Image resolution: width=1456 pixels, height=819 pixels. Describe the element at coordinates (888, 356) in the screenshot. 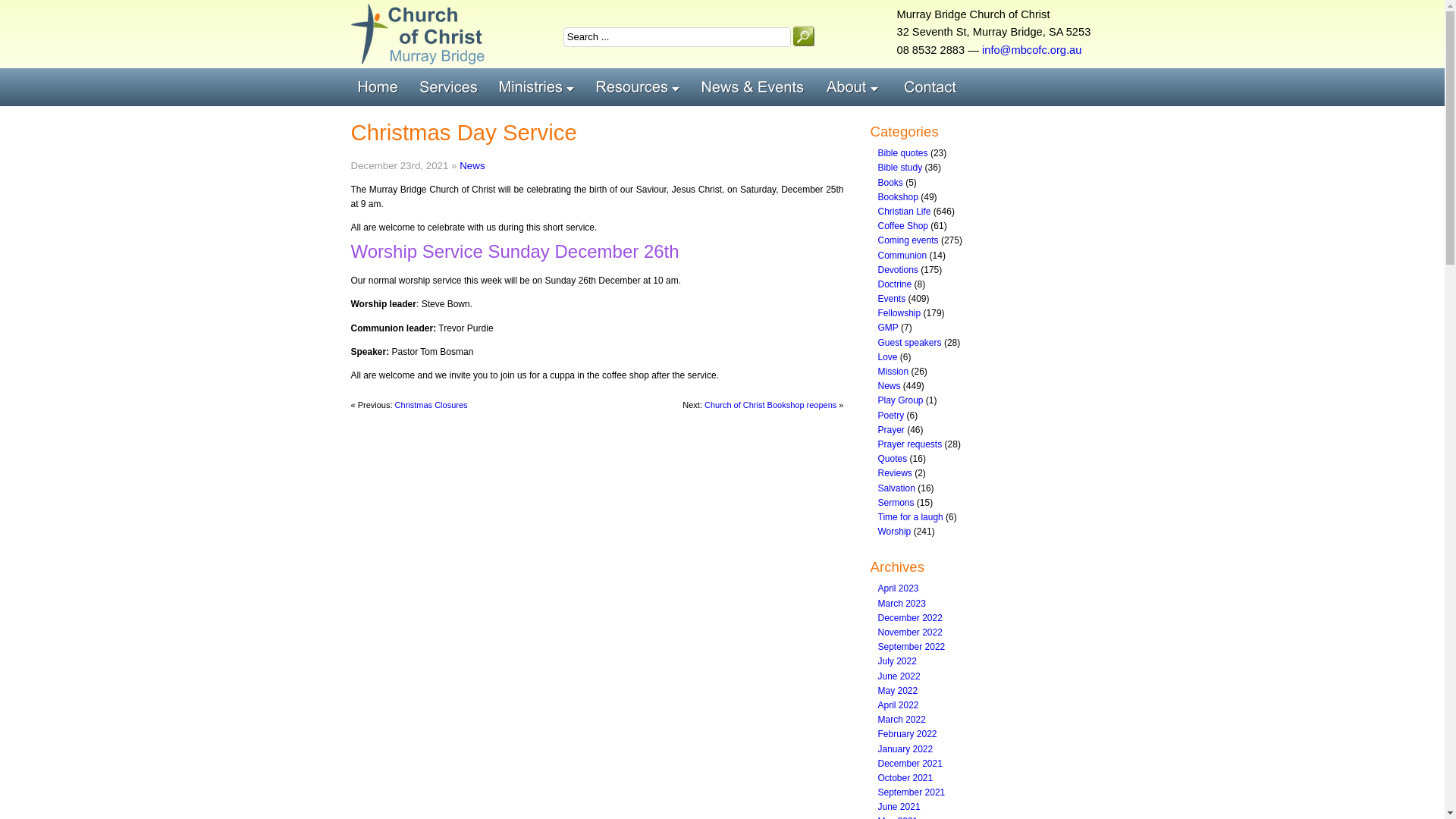

I see `'Love'` at that location.